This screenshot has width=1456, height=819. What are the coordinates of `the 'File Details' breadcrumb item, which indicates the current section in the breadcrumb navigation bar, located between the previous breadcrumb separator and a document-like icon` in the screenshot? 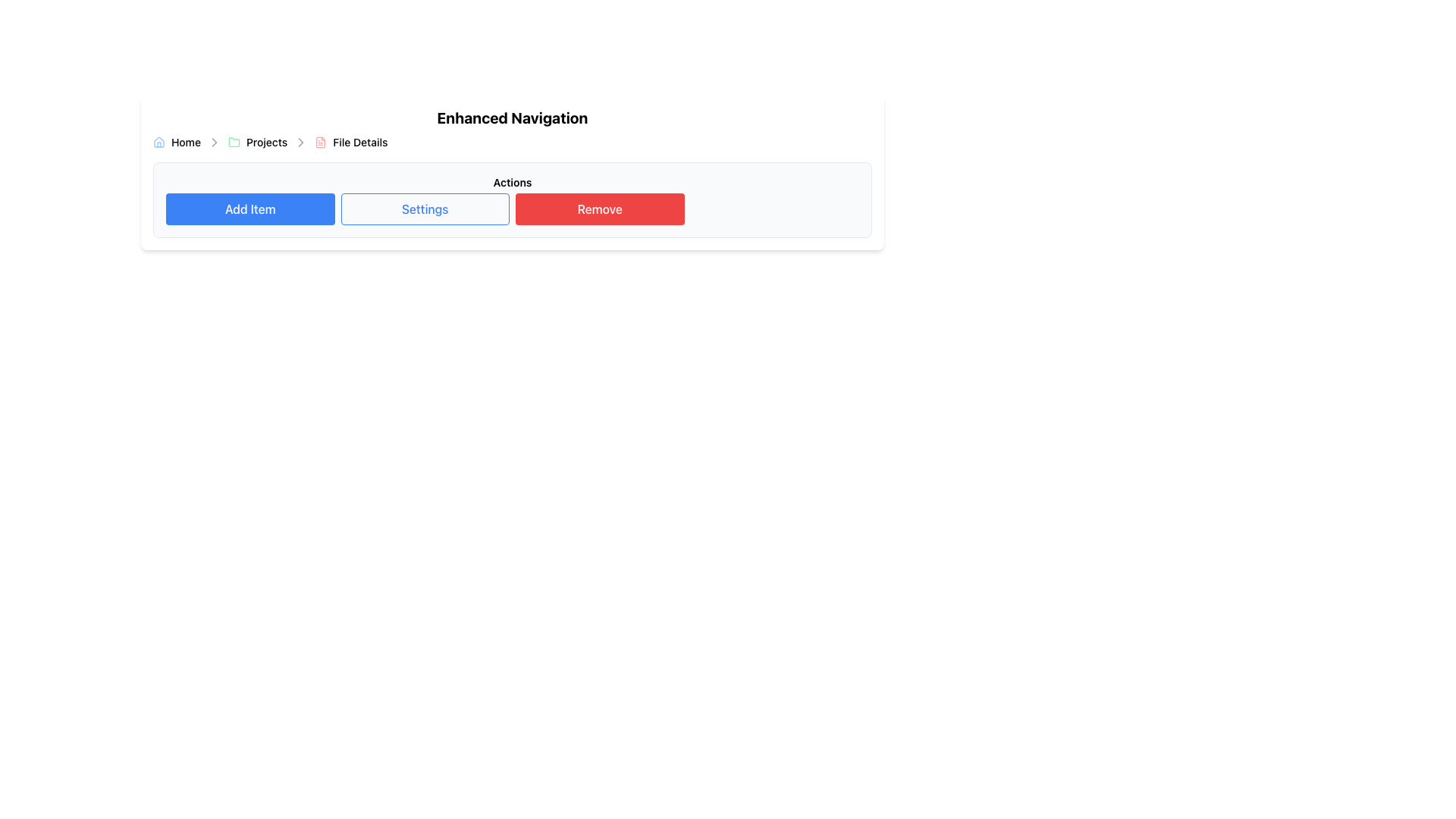 It's located at (350, 143).